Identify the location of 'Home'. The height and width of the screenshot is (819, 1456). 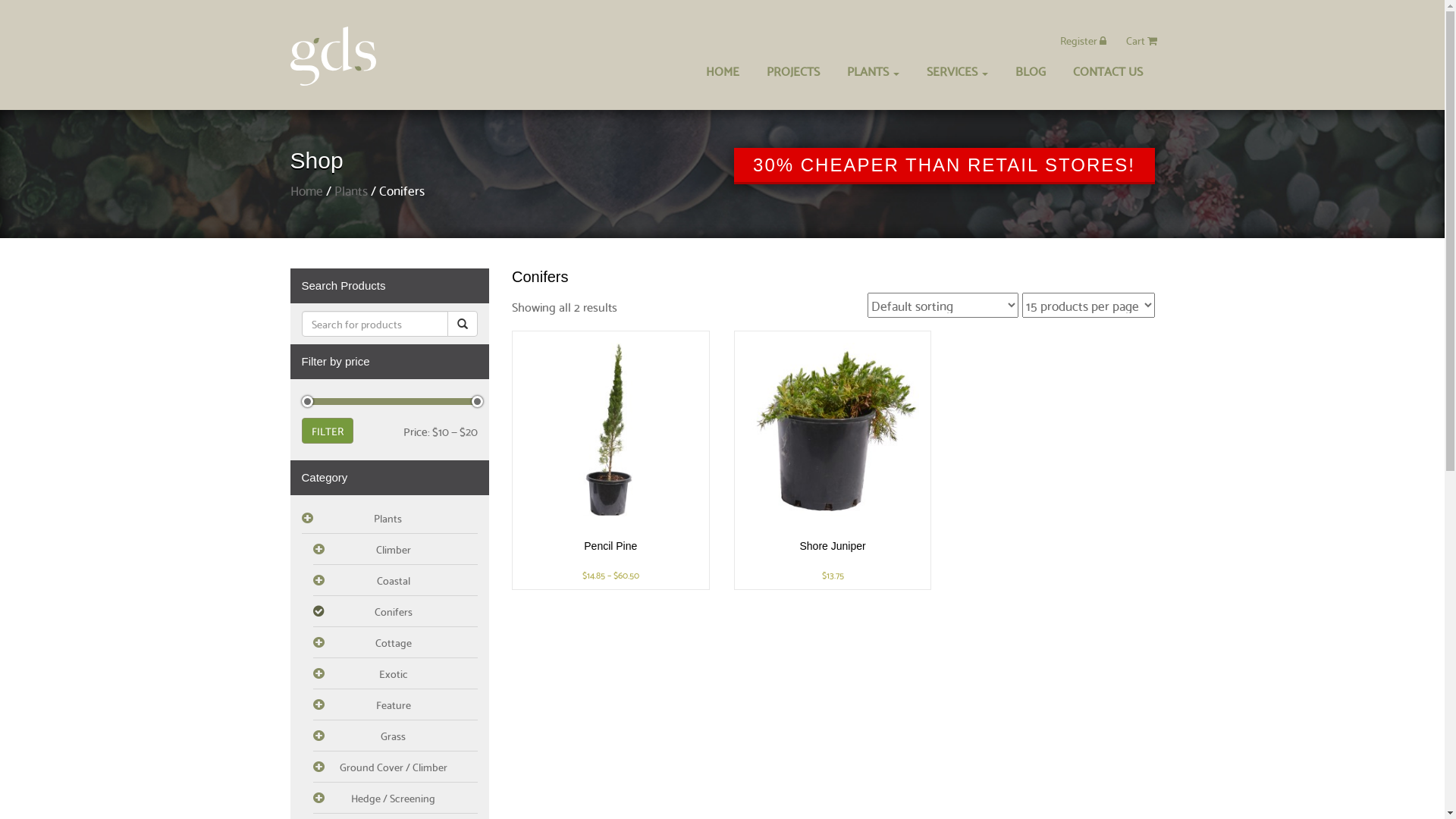
(305, 189).